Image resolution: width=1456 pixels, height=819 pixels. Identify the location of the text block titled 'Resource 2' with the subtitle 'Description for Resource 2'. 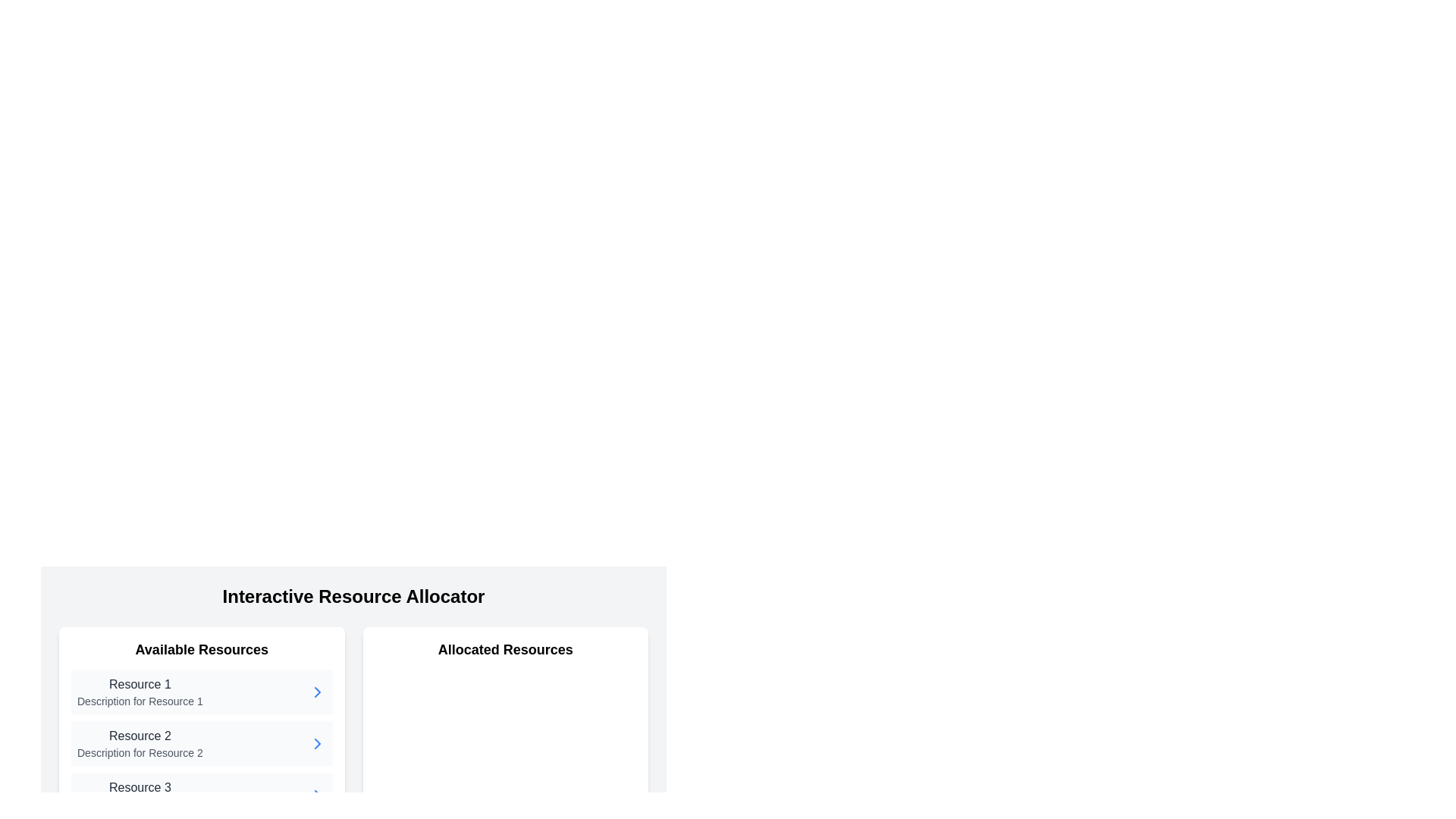
(140, 742).